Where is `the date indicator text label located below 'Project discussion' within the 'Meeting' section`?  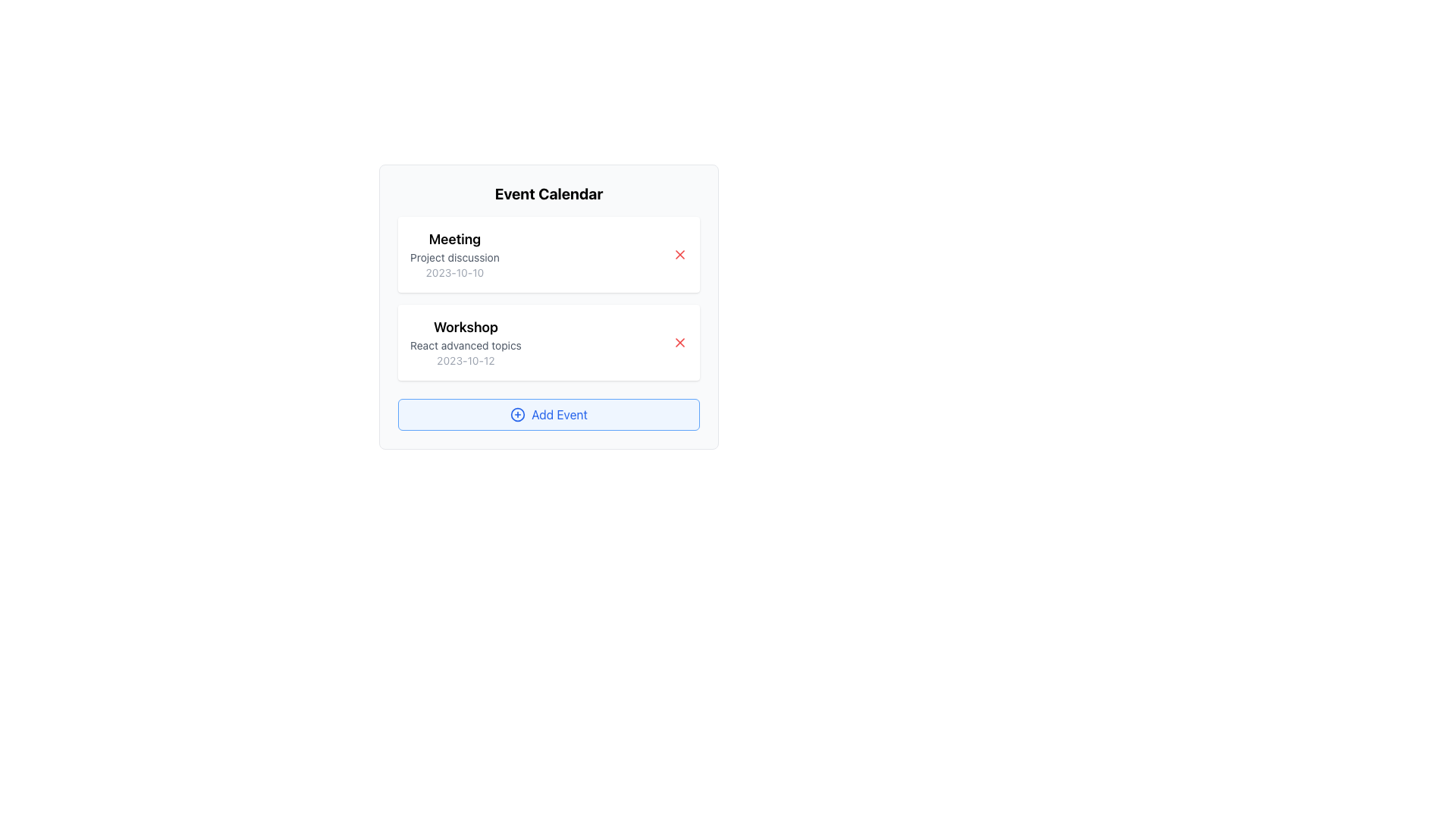 the date indicator text label located below 'Project discussion' within the 'Meeting' section is located at coordinates (454, 271).